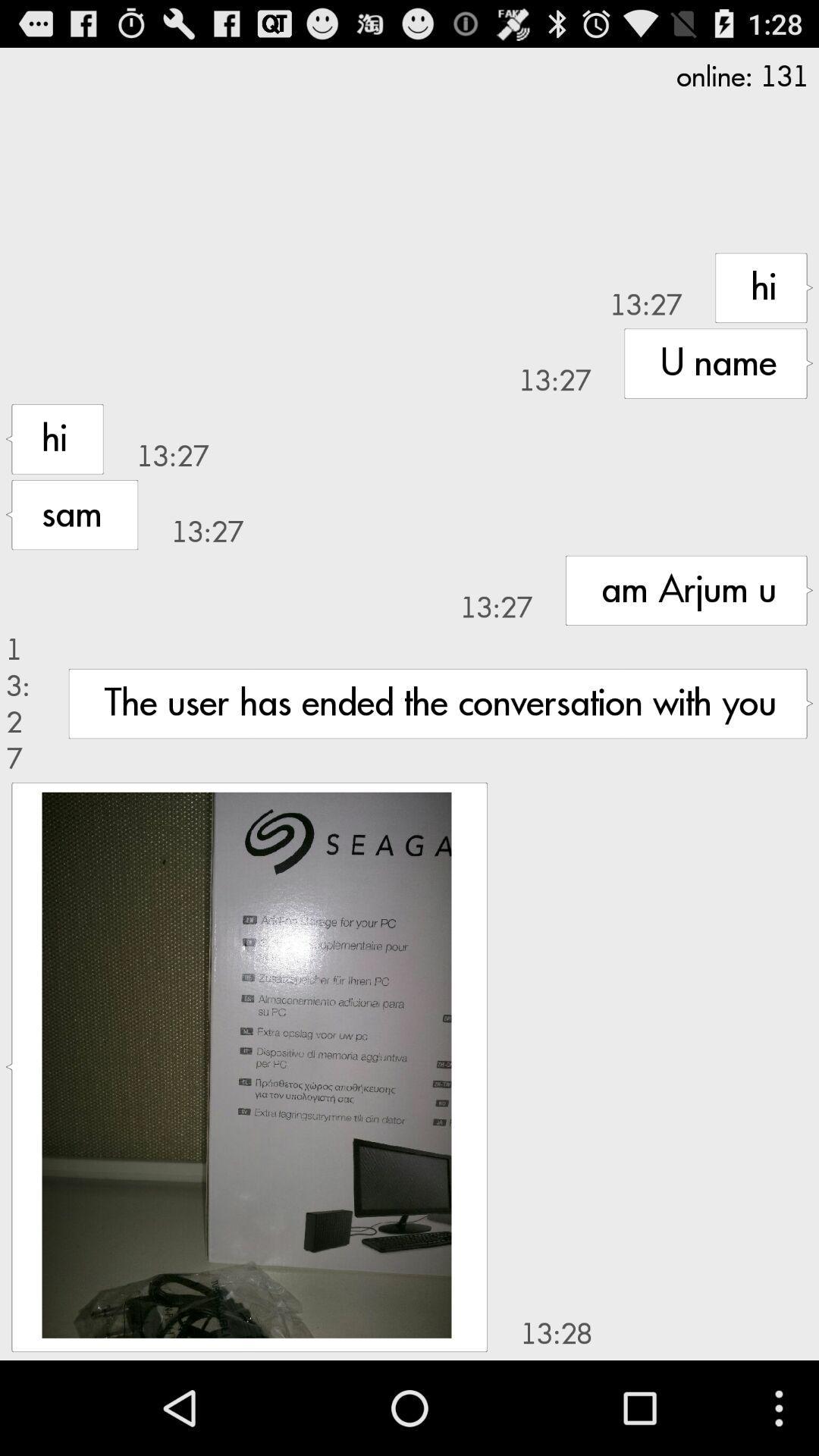 This screenshot has height=1456, width=819. What do you see at coordinates (246, 1064) in the screenshot?
I see `the icon below 13:27 icon` at bounding box center [246, 1064].